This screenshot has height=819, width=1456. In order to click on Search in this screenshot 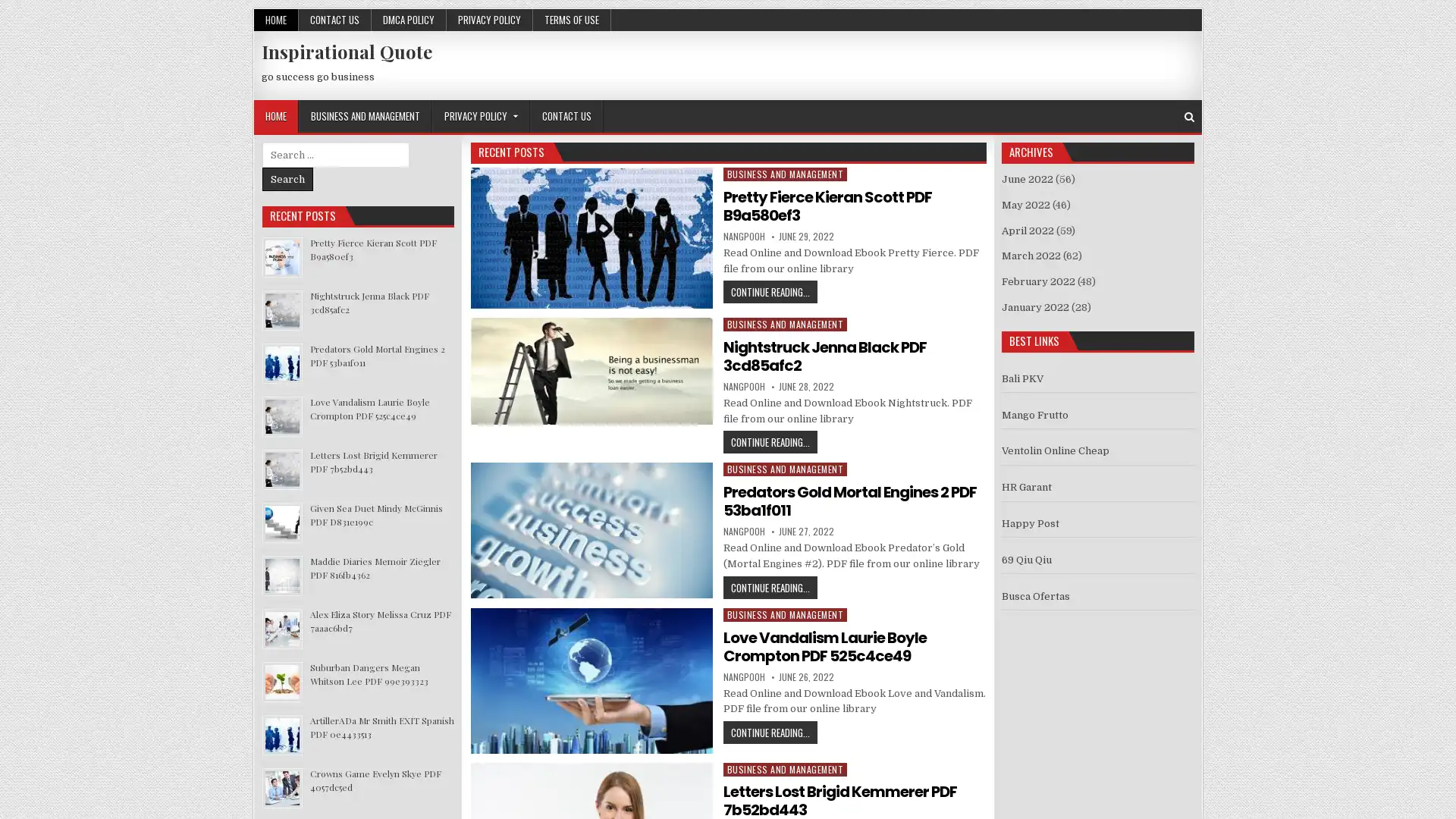, I will do `click(287, 178)`.